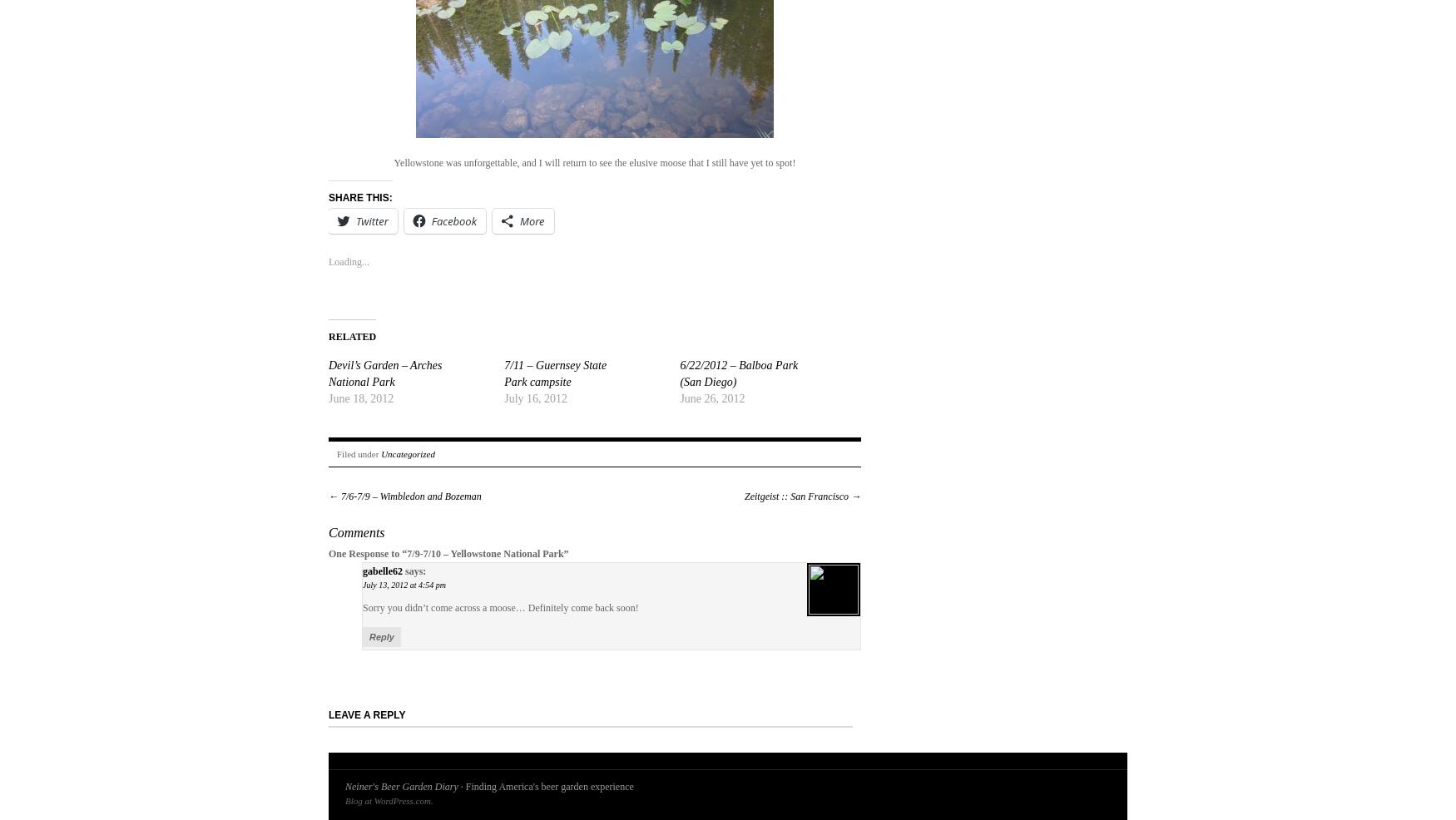 The image size is (1456, 820). I want to click on 'Reply', so click(369, 637).